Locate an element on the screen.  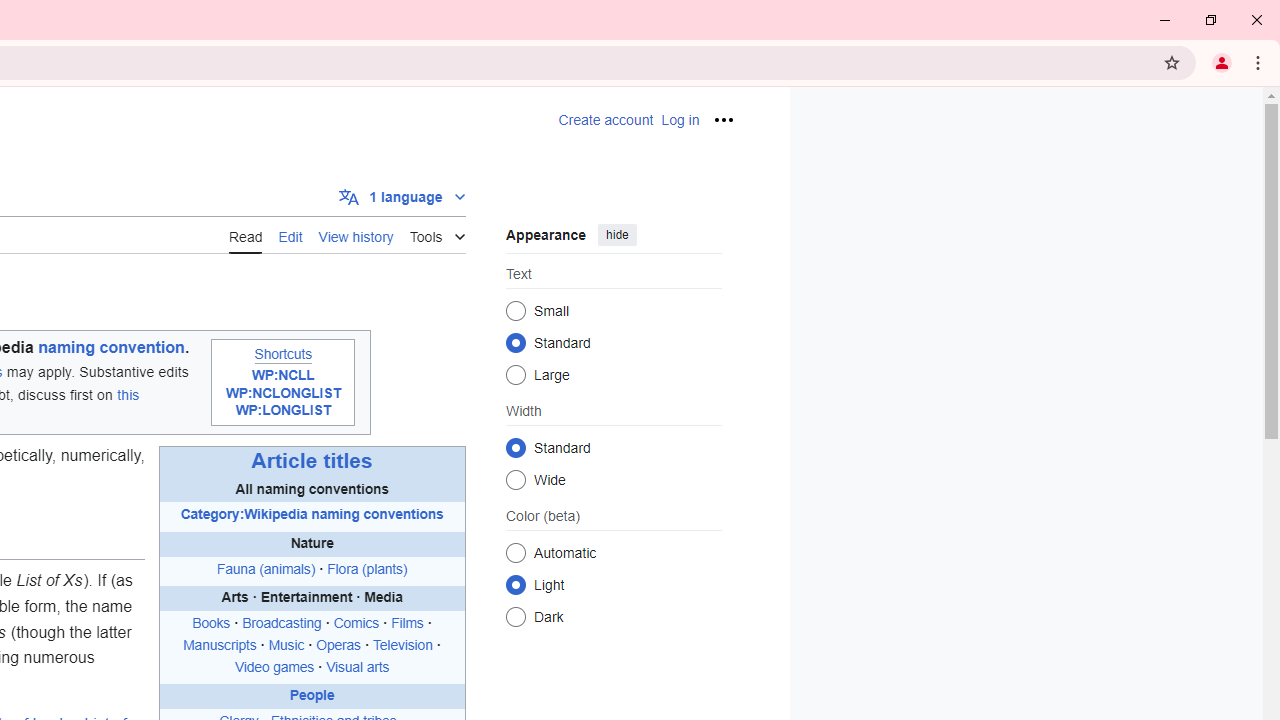
'Log in' is located at coordinates (680, 120).